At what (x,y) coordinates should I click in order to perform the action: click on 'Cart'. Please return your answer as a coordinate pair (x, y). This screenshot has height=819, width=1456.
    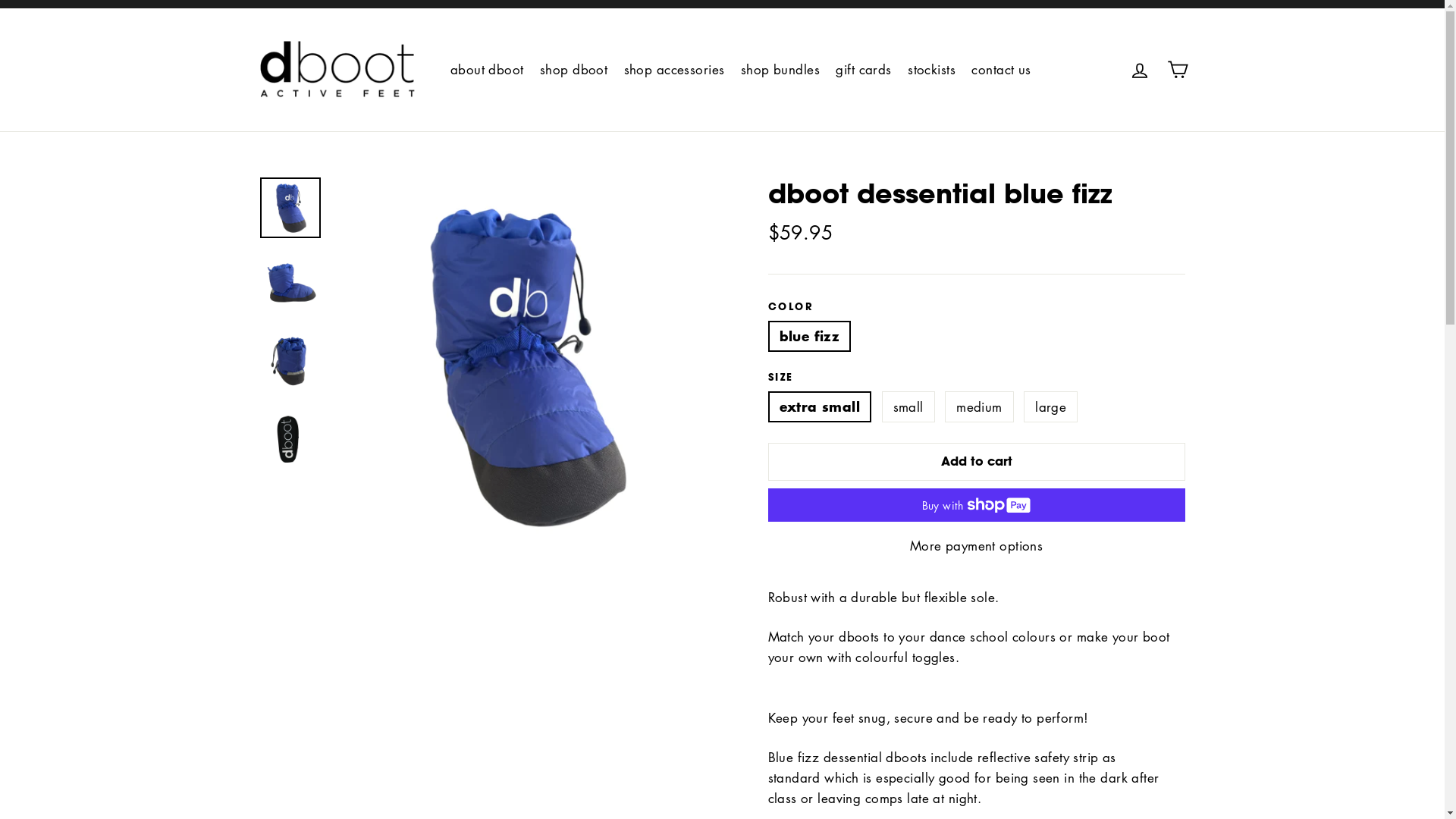
    Looking at the image, I should click on (1175, 70).